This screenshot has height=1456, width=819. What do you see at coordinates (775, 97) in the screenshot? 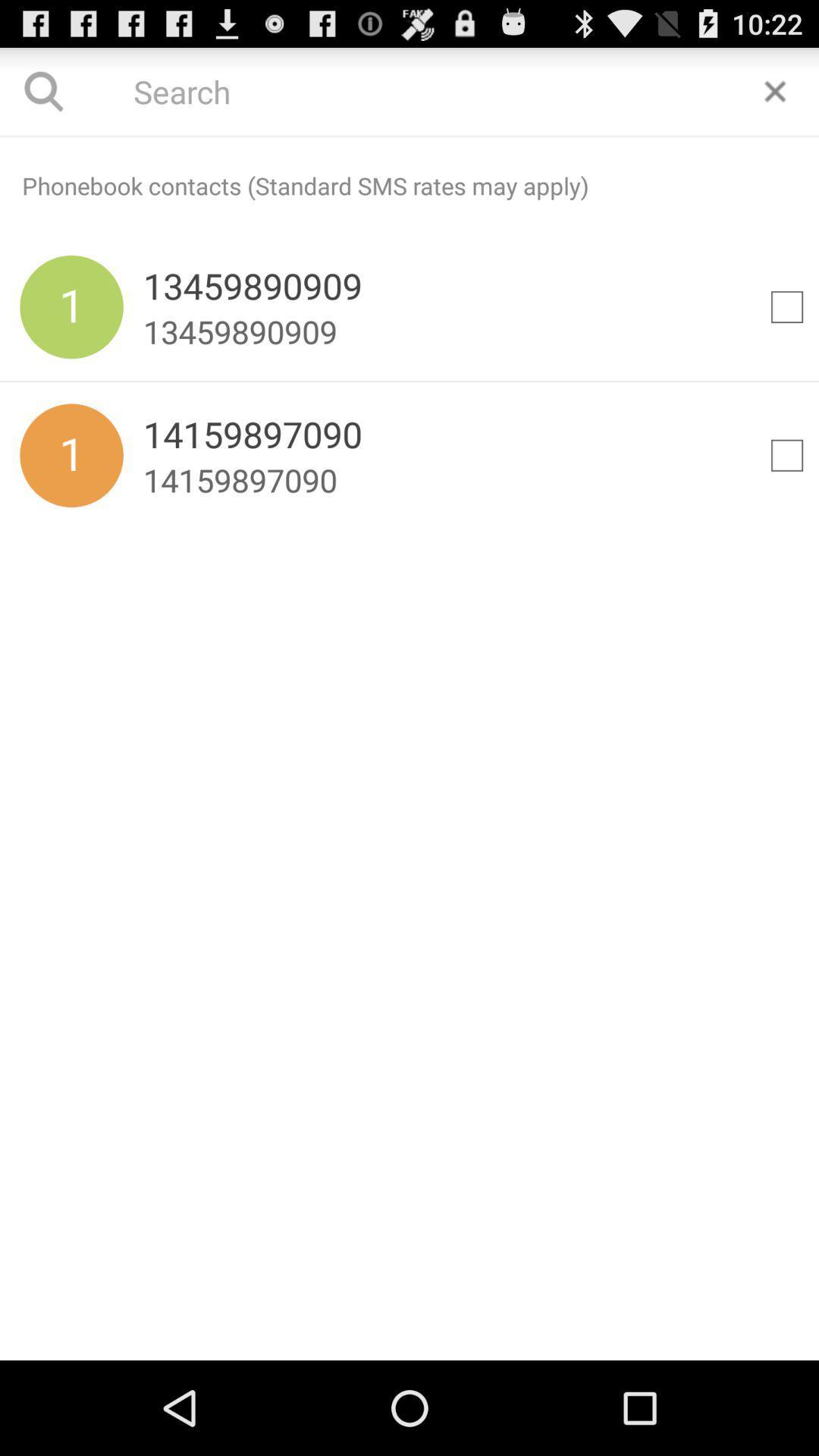
I see `the close icon` at bounding box center [775, 97].